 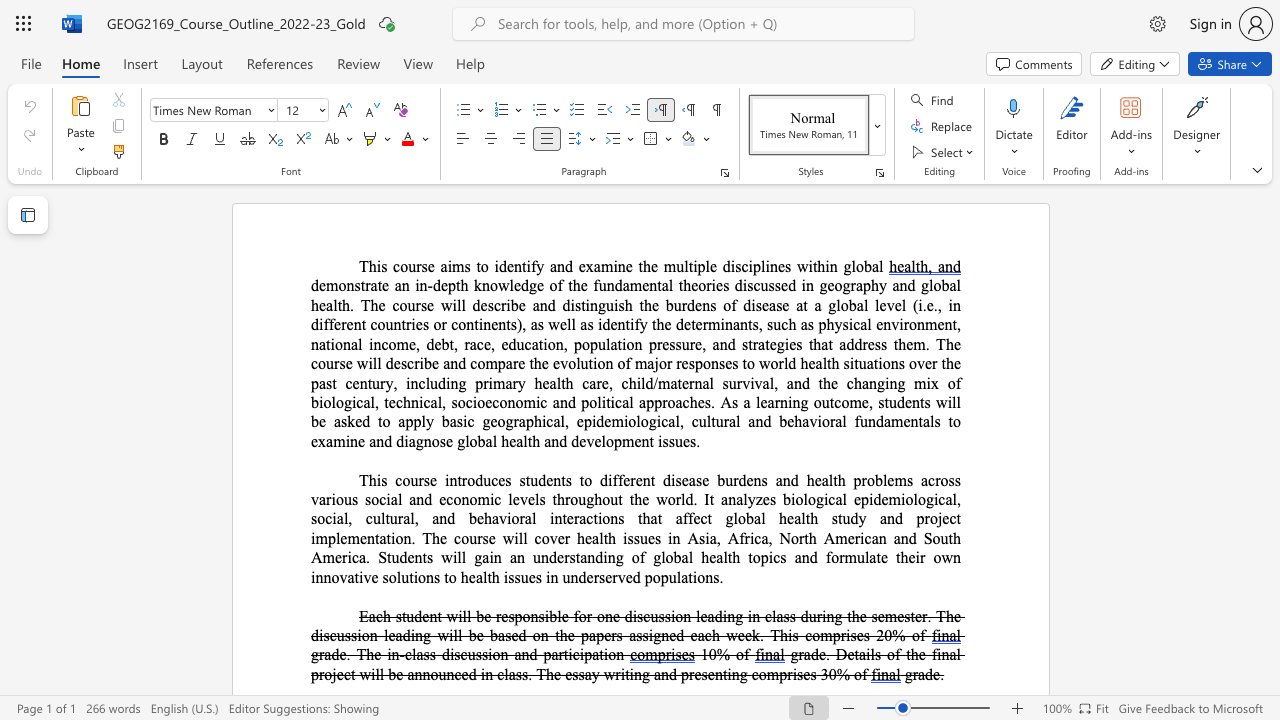 I want to click on the 6th character "e" in the text, so click(x=375, y=577).